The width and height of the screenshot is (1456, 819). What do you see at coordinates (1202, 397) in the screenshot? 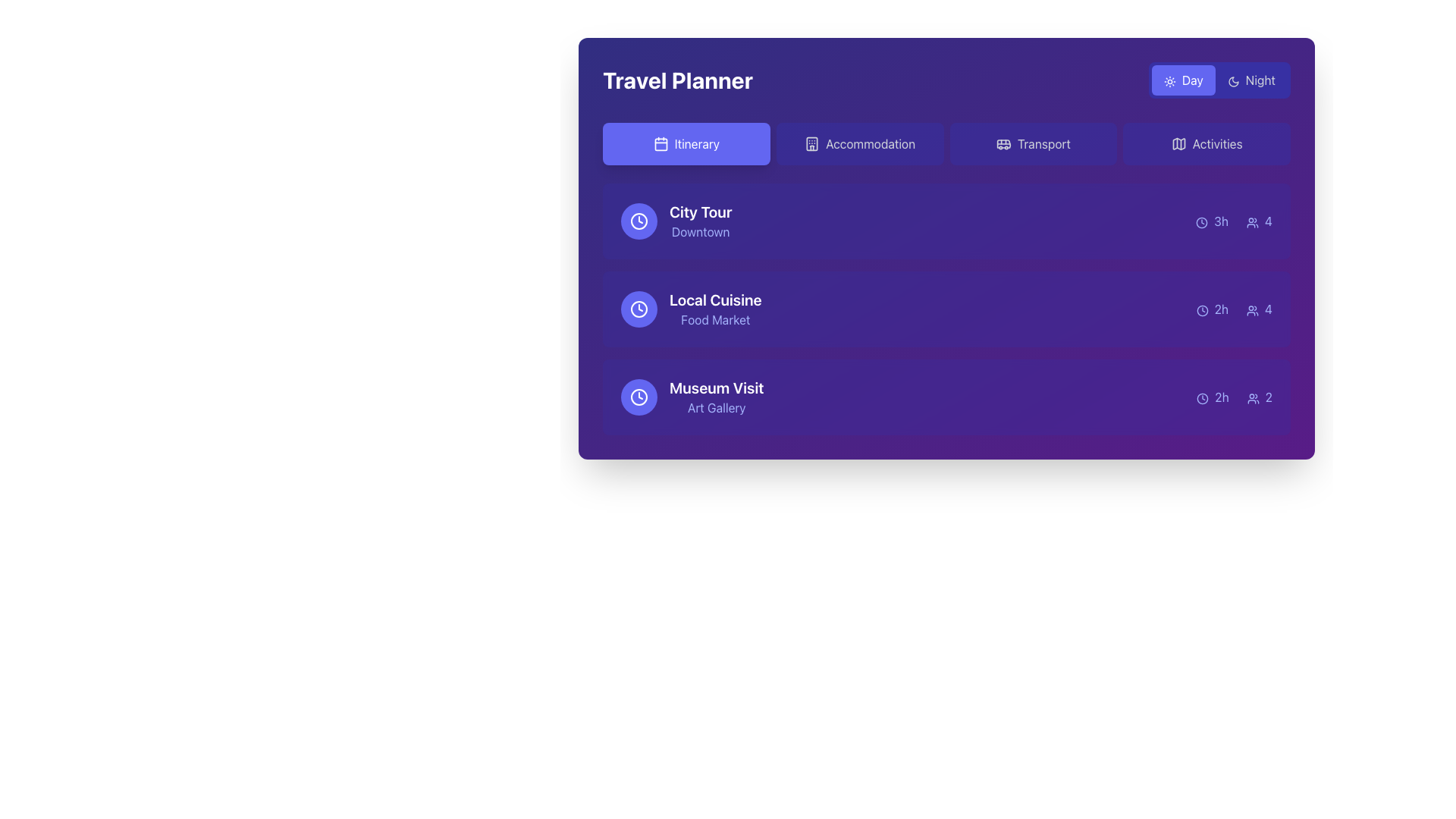
I see `the clock icon's circular element located in the bottom right corner of the 'Museum Visit' section in the 'Travel Planner' interface` at bounding box center [1202, 397].